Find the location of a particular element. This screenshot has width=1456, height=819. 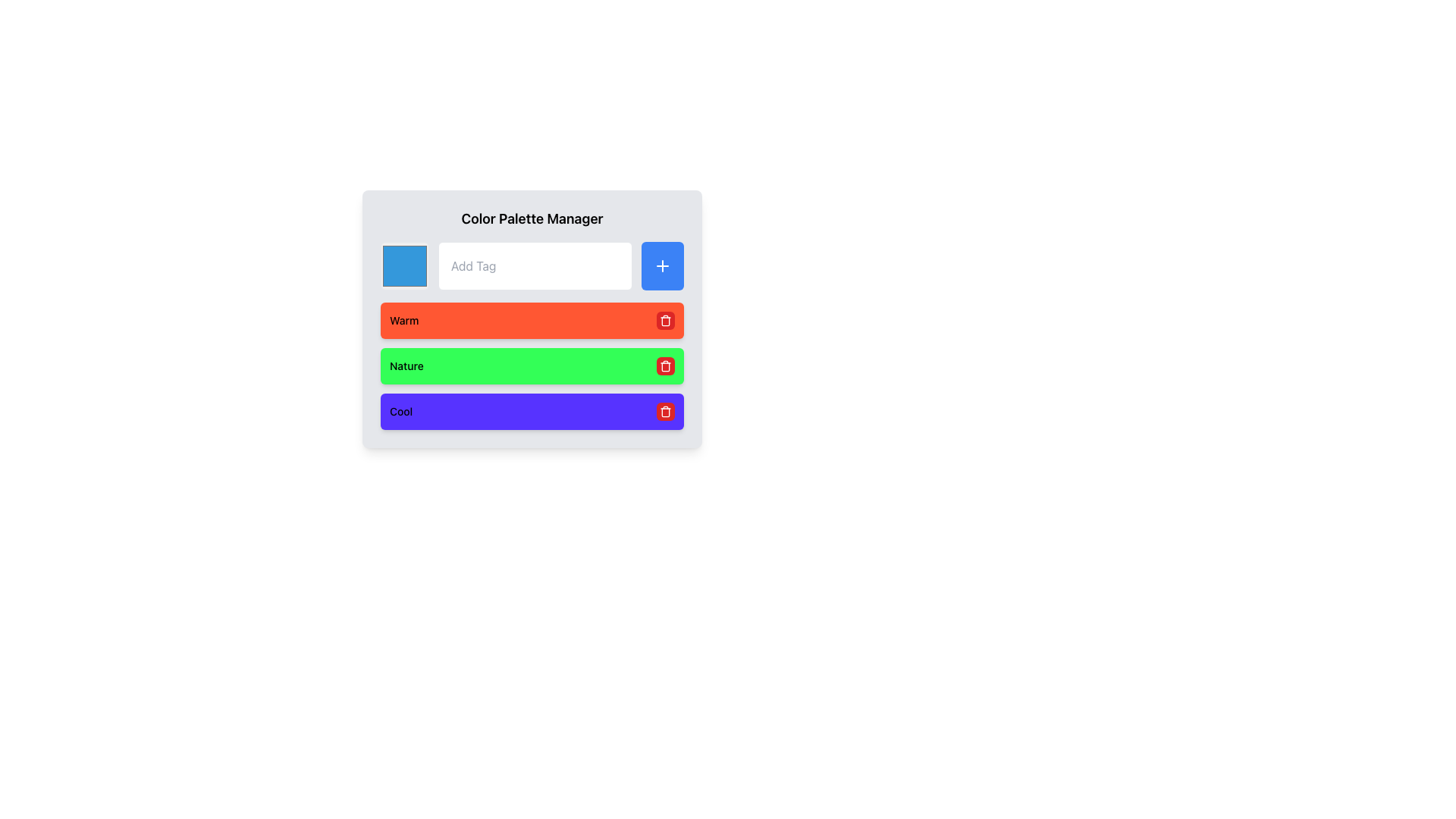

the rightmost delete button in the green 'Nature' section is located at coordinates (666, 366).